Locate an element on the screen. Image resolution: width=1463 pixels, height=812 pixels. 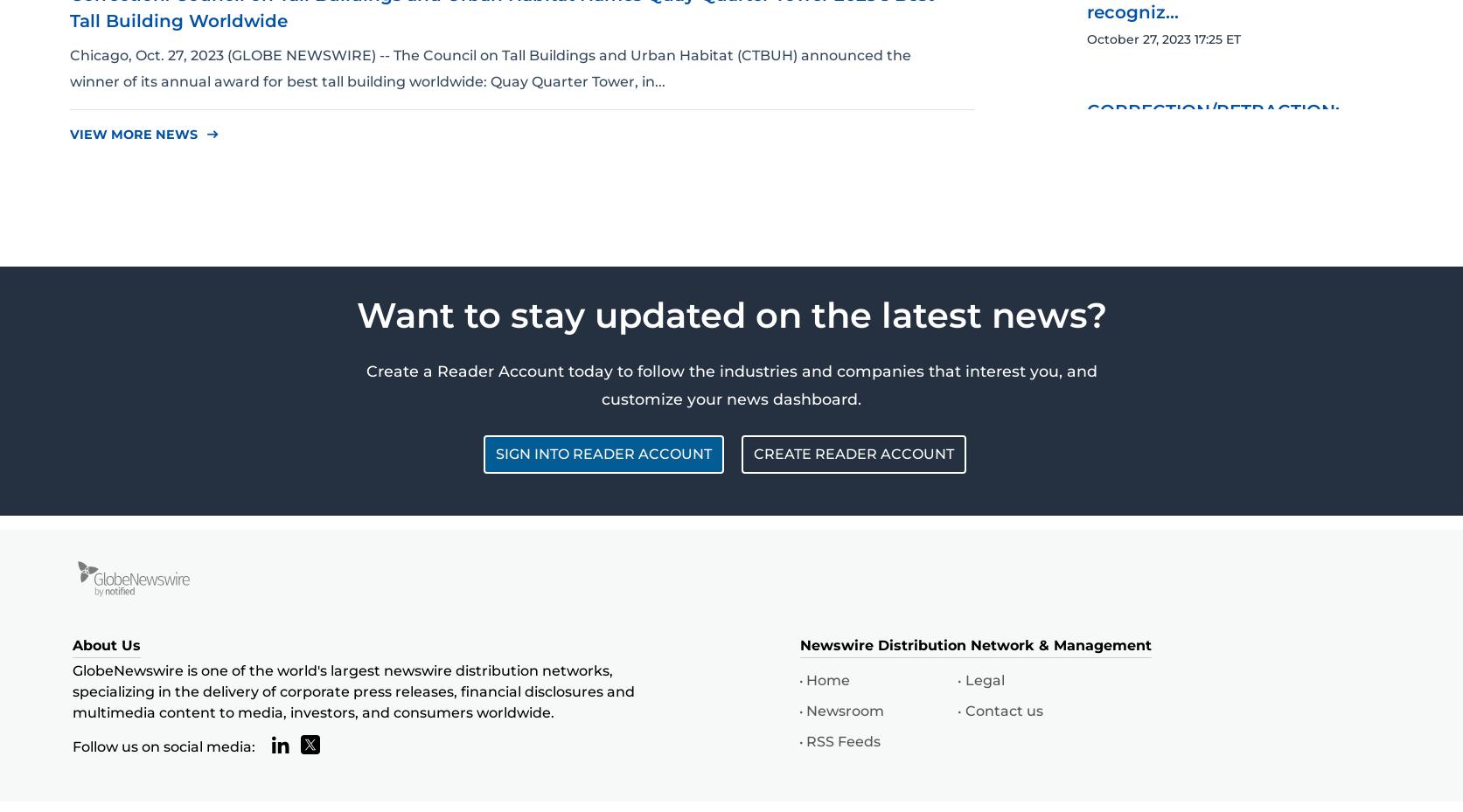
'CORRECTION/RETRACTION: New to The Street Announces...' is located at coordinates (1212, 137).